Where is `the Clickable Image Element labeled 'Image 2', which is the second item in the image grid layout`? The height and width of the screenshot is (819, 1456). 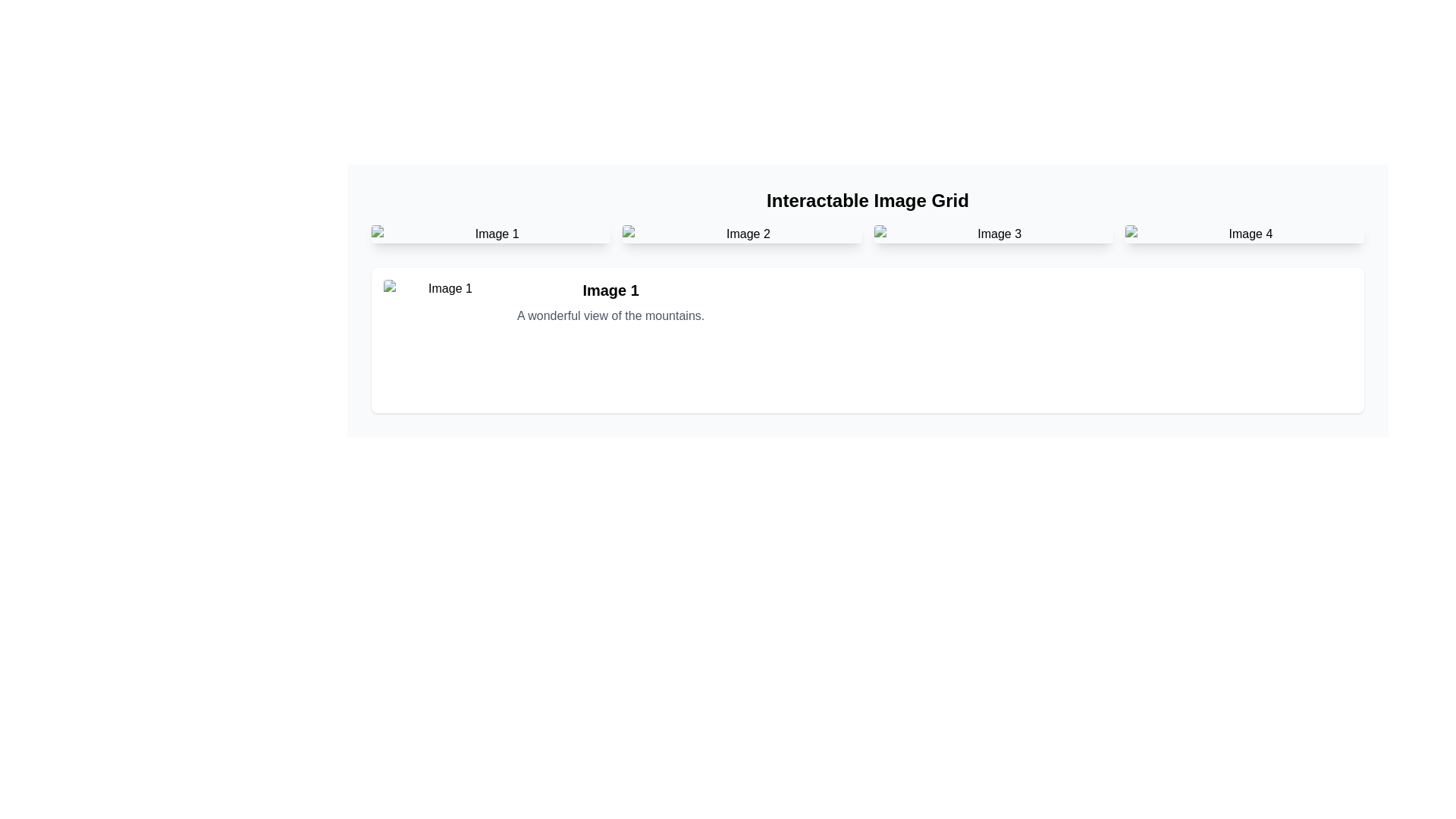 the Clickable Image Element labeled 'Image 2', which is the second item in the image grid layout is located at coordinates (742, 234).